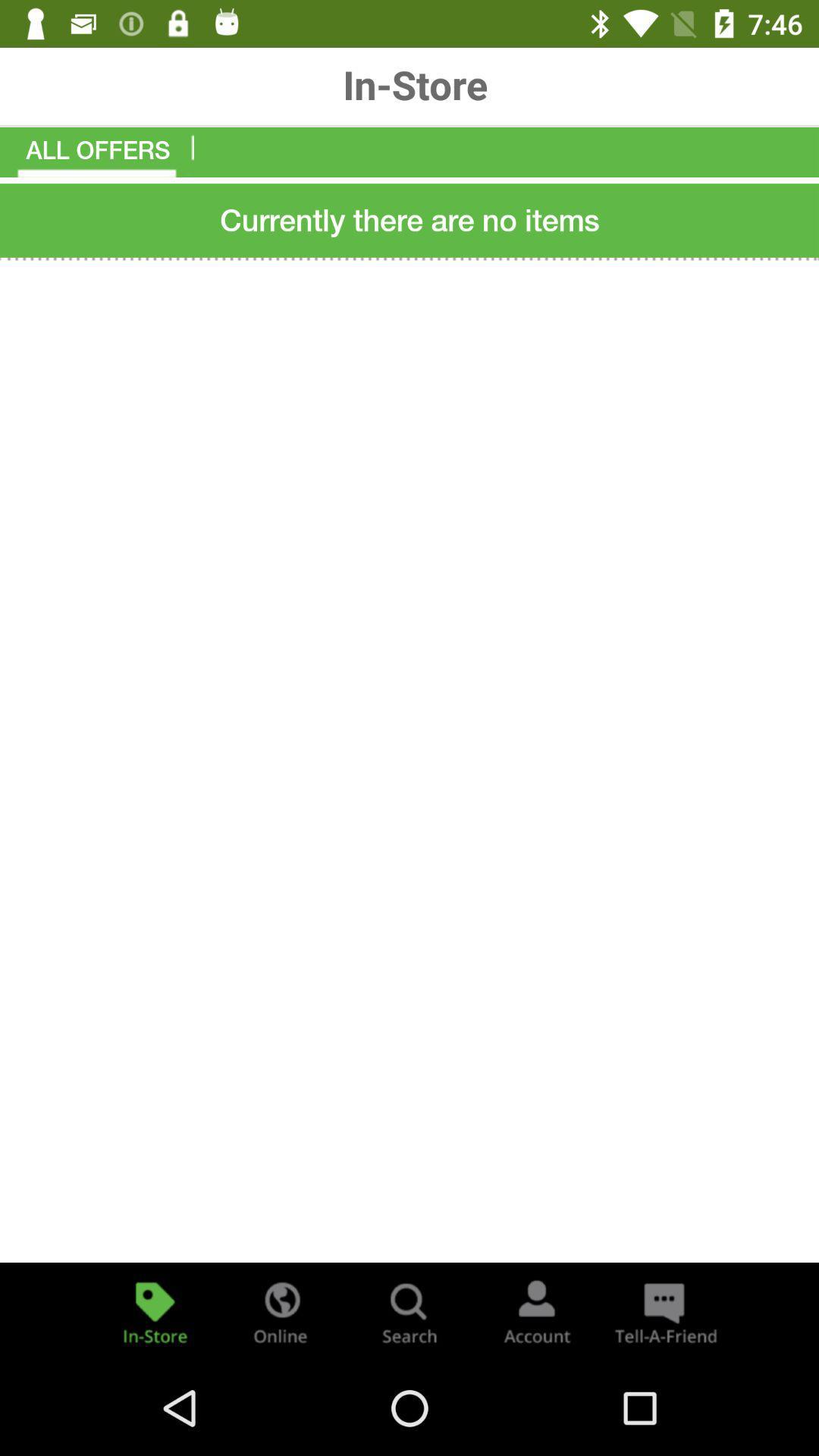  Describe the element at coordinates (536, 1310) in the screenshot. I see `the avatar icon` at that location.